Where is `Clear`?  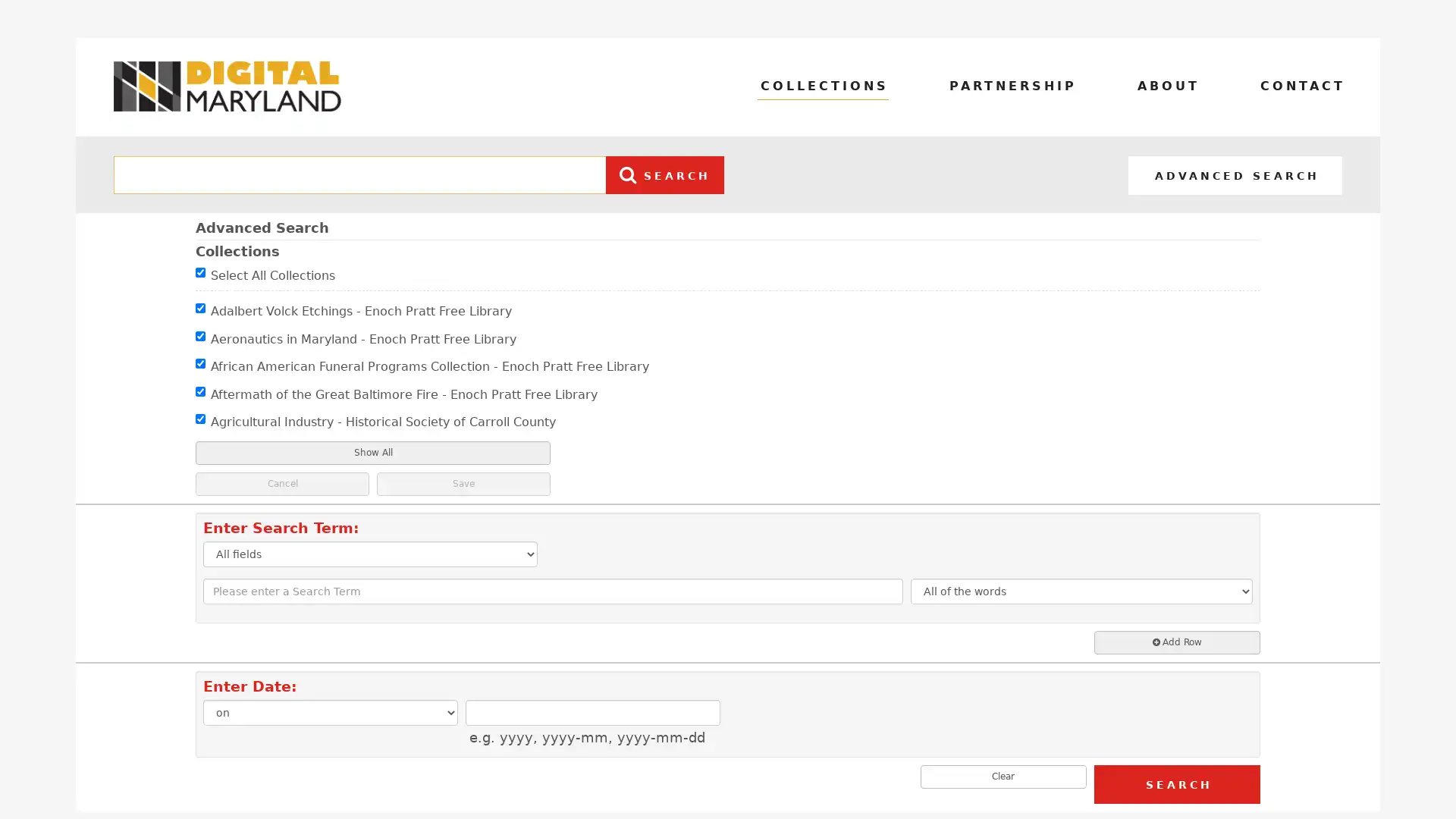
Clear is located at coordinates (1003, 776).